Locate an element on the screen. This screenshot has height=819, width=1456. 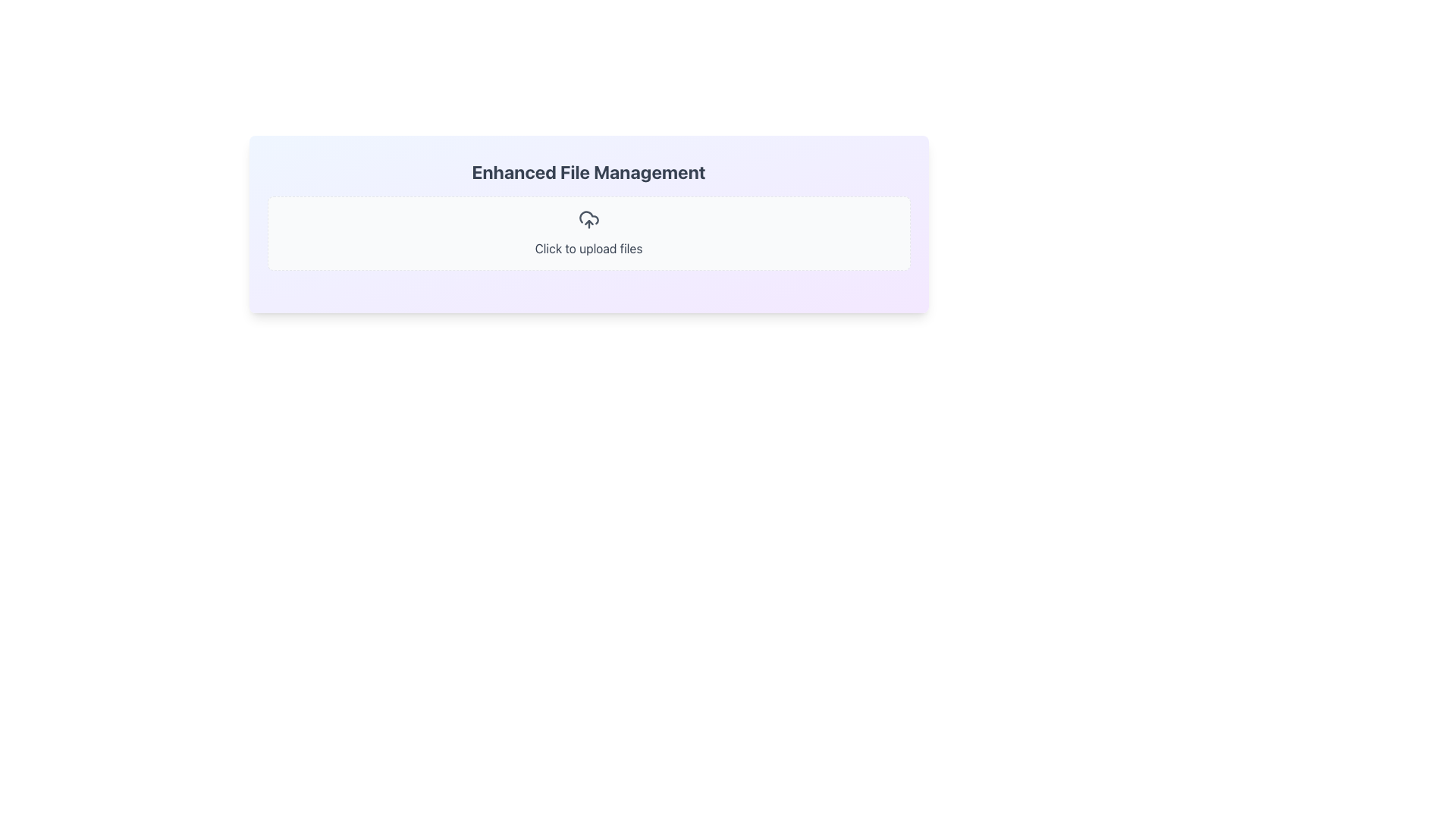
the content block with a gradient background containing the text 'Enhanced File Management' and the instructions 'Click to upload files' is located at coordinates (588, 224).